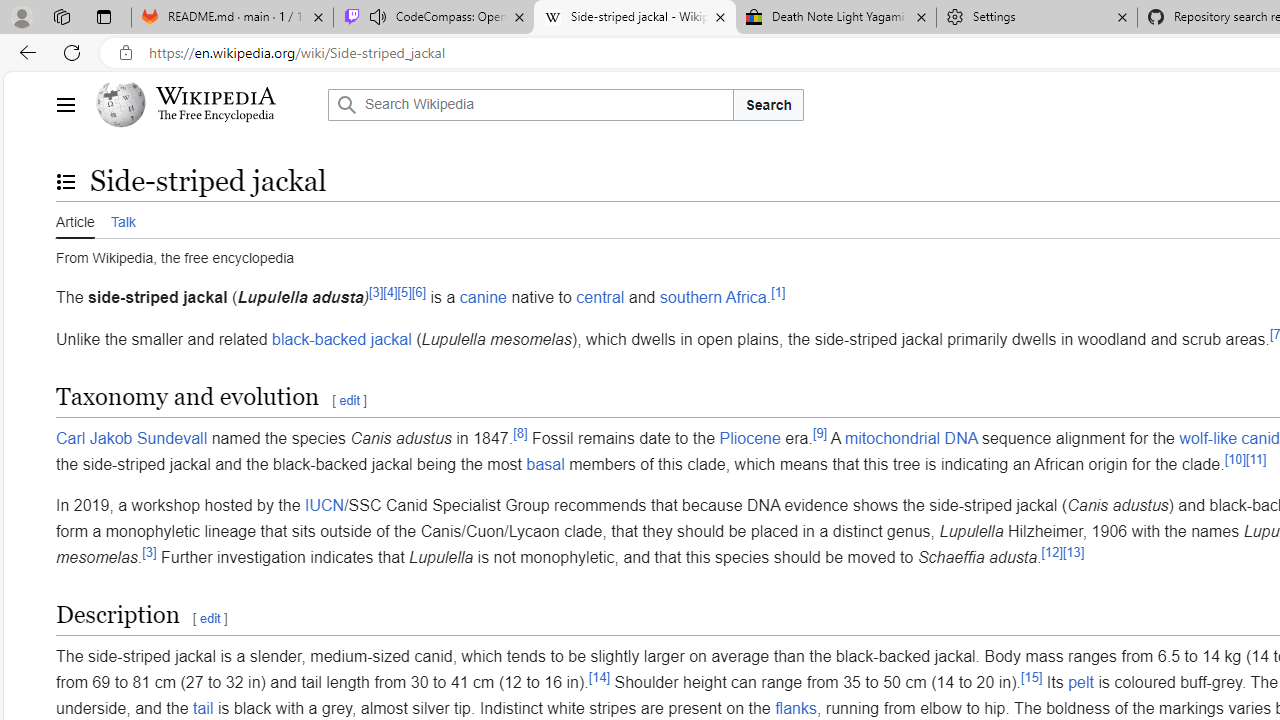 The height and width of the screenshot is (720, 1280). I want to click on 'Article', so click(75, 219).